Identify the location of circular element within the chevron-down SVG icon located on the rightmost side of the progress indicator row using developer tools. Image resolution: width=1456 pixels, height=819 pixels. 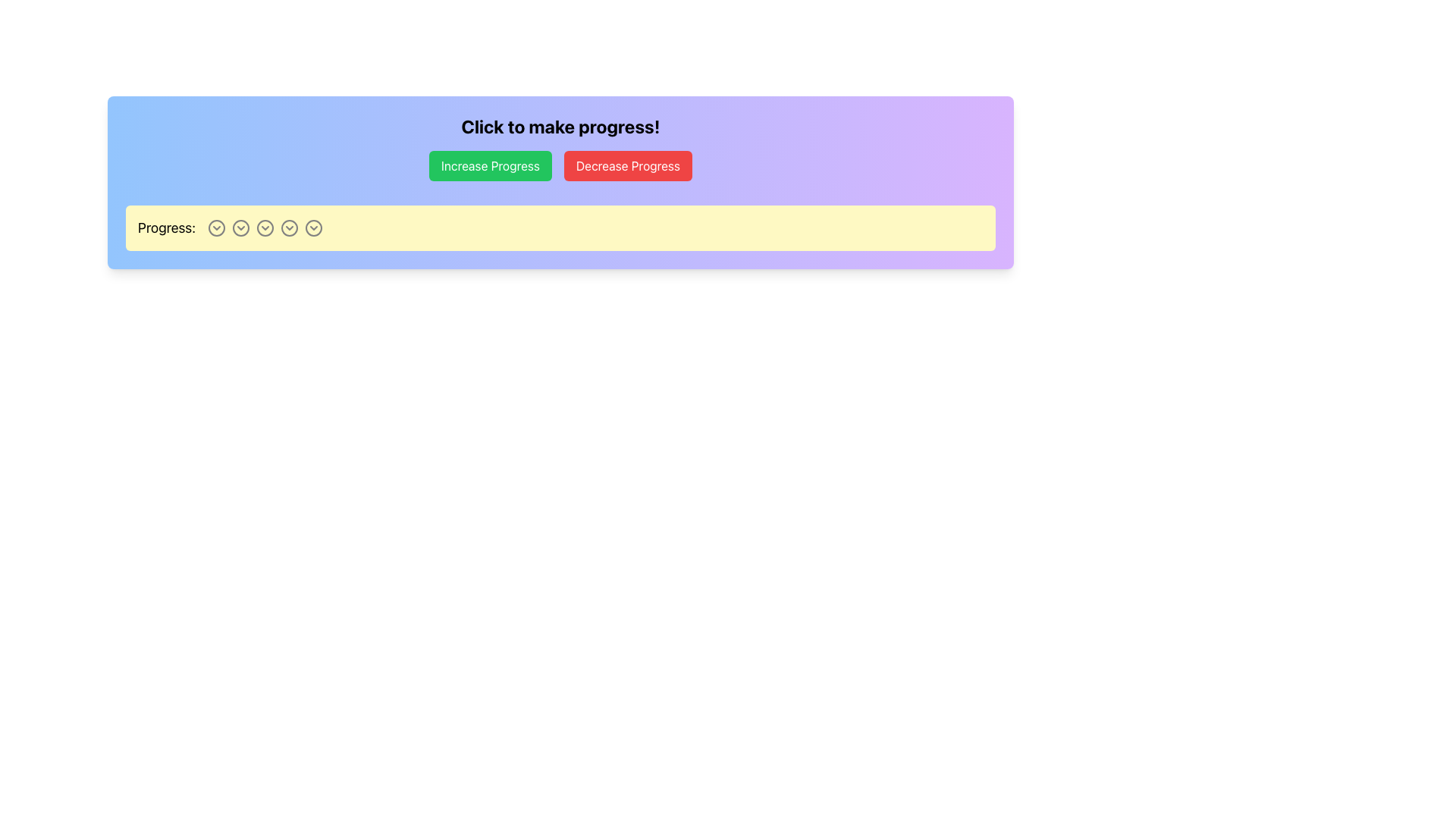
(313, 227).